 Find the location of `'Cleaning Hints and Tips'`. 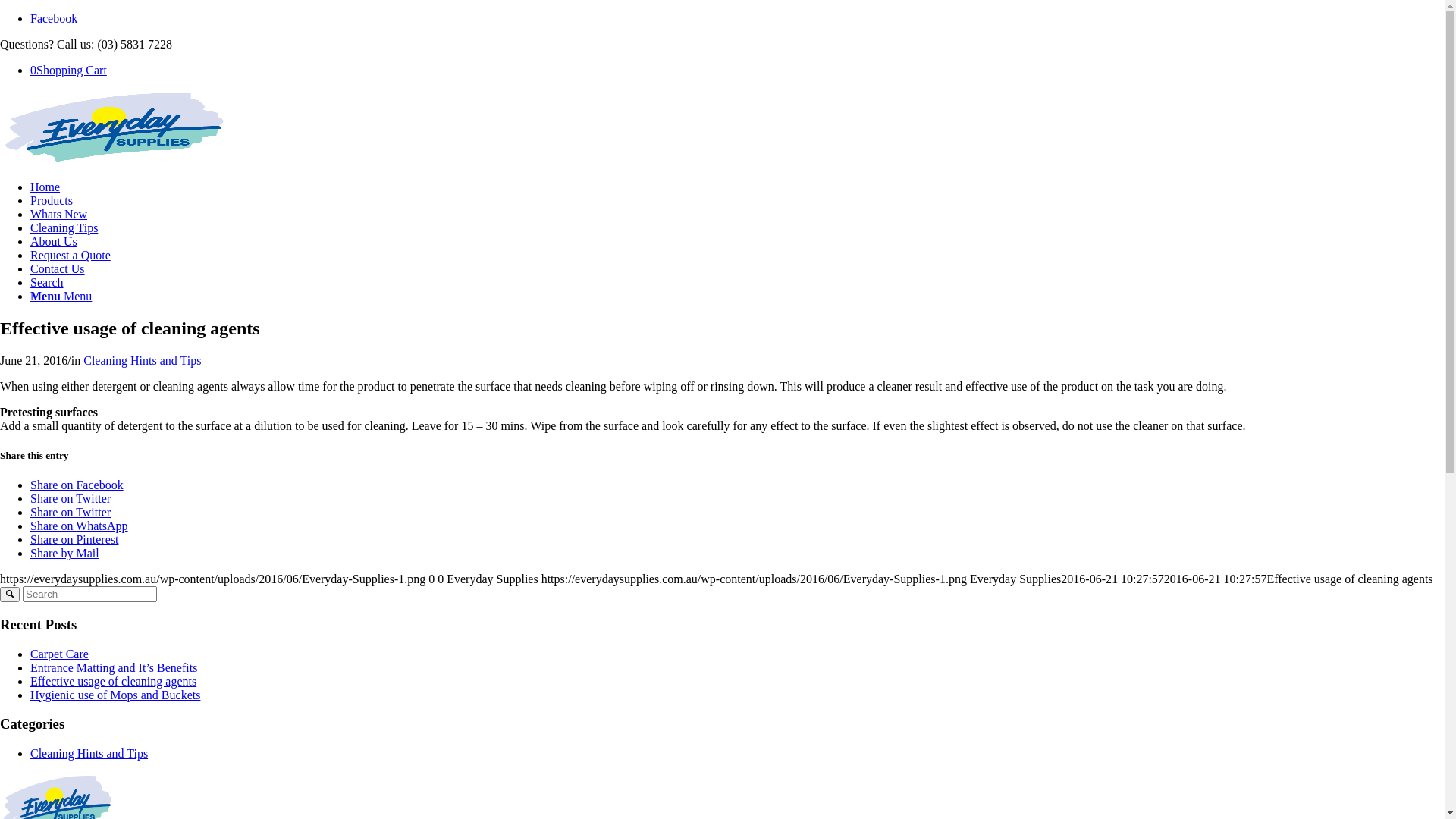

'Cleaning Hints and Tips' is located at coordinates (142, 360).